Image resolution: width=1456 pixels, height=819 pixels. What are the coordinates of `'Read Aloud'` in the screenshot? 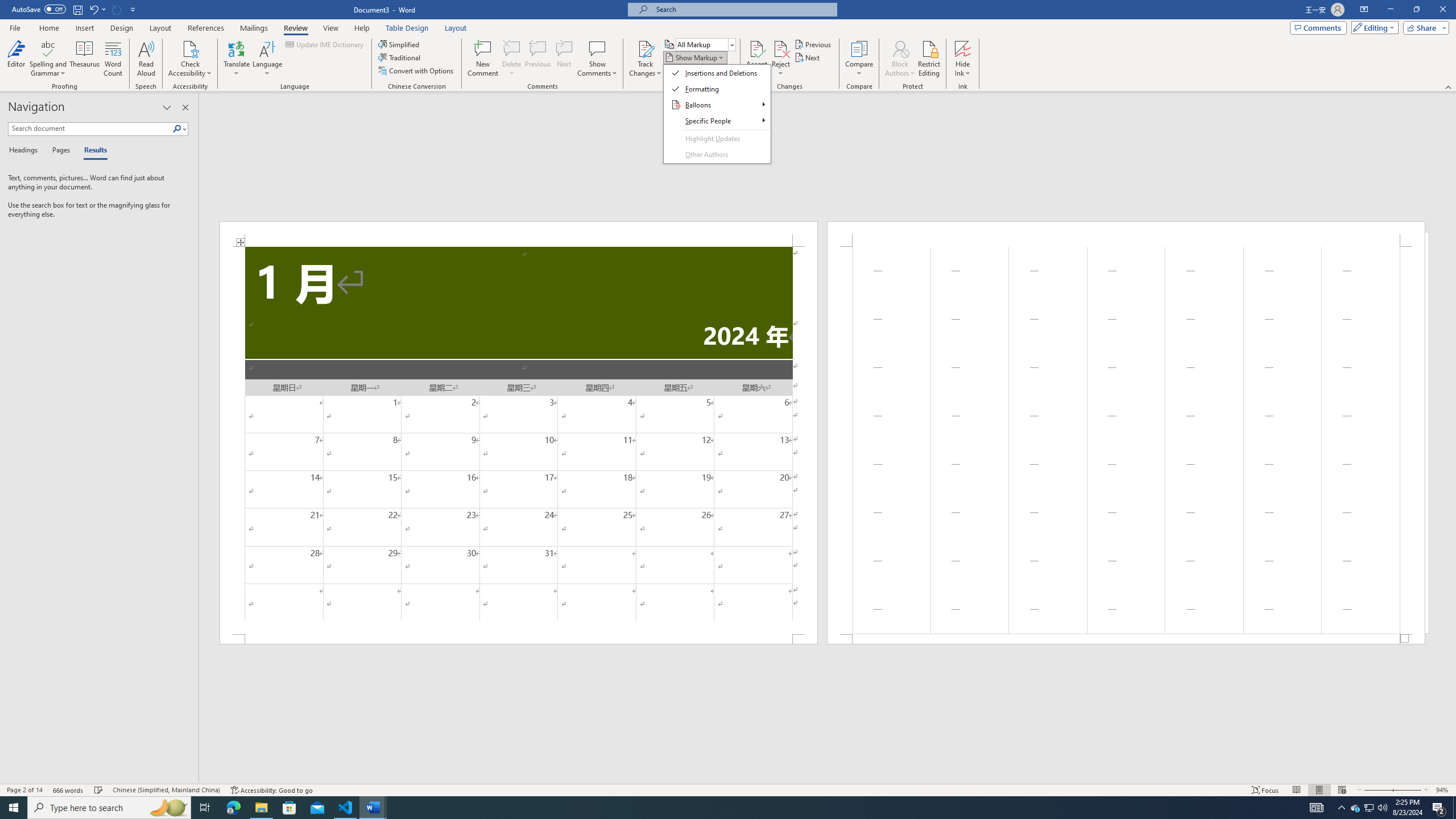 It's located at (146, 59).